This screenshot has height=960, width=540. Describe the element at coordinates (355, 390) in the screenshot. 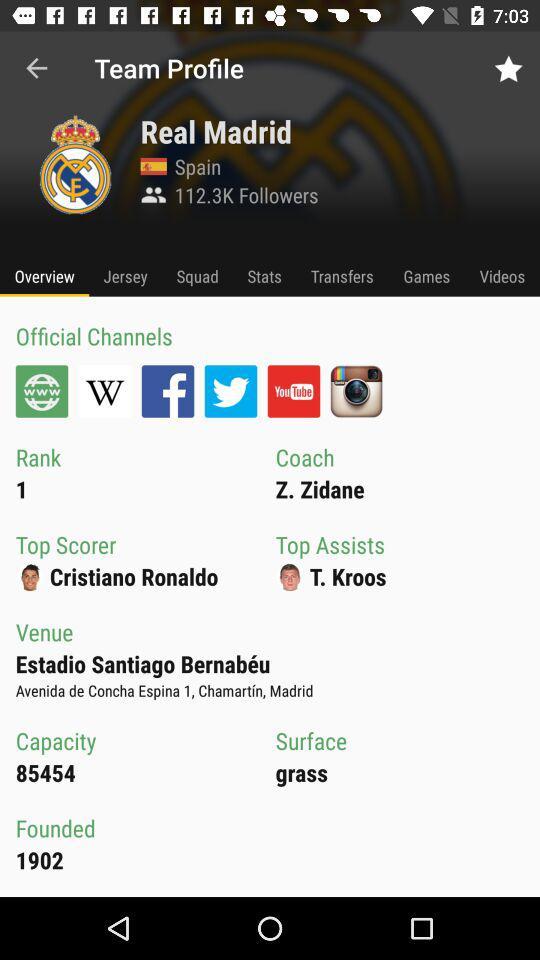

I see `upload your social media channel` at that location.